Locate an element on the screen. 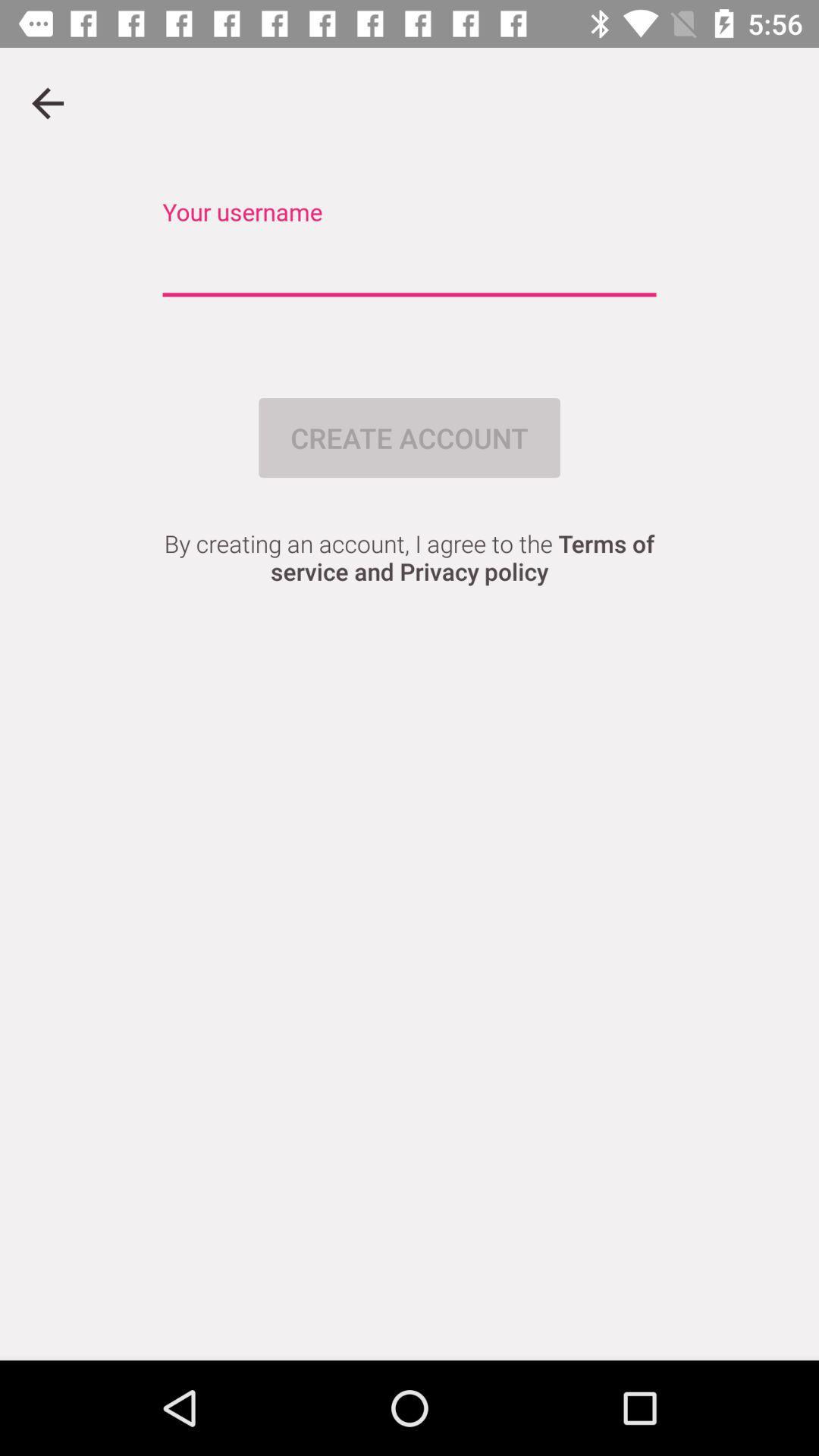 The width and height of the screenshot is (819, 1456). username is located at coordinates (409, 265).